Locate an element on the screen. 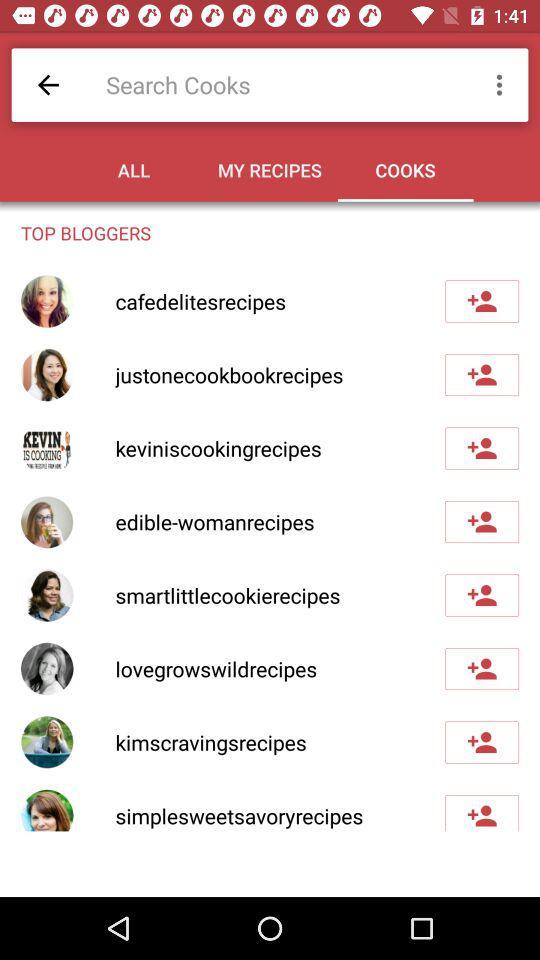 The image size is (540, 960). to friends is located at coordinates (481, 301).